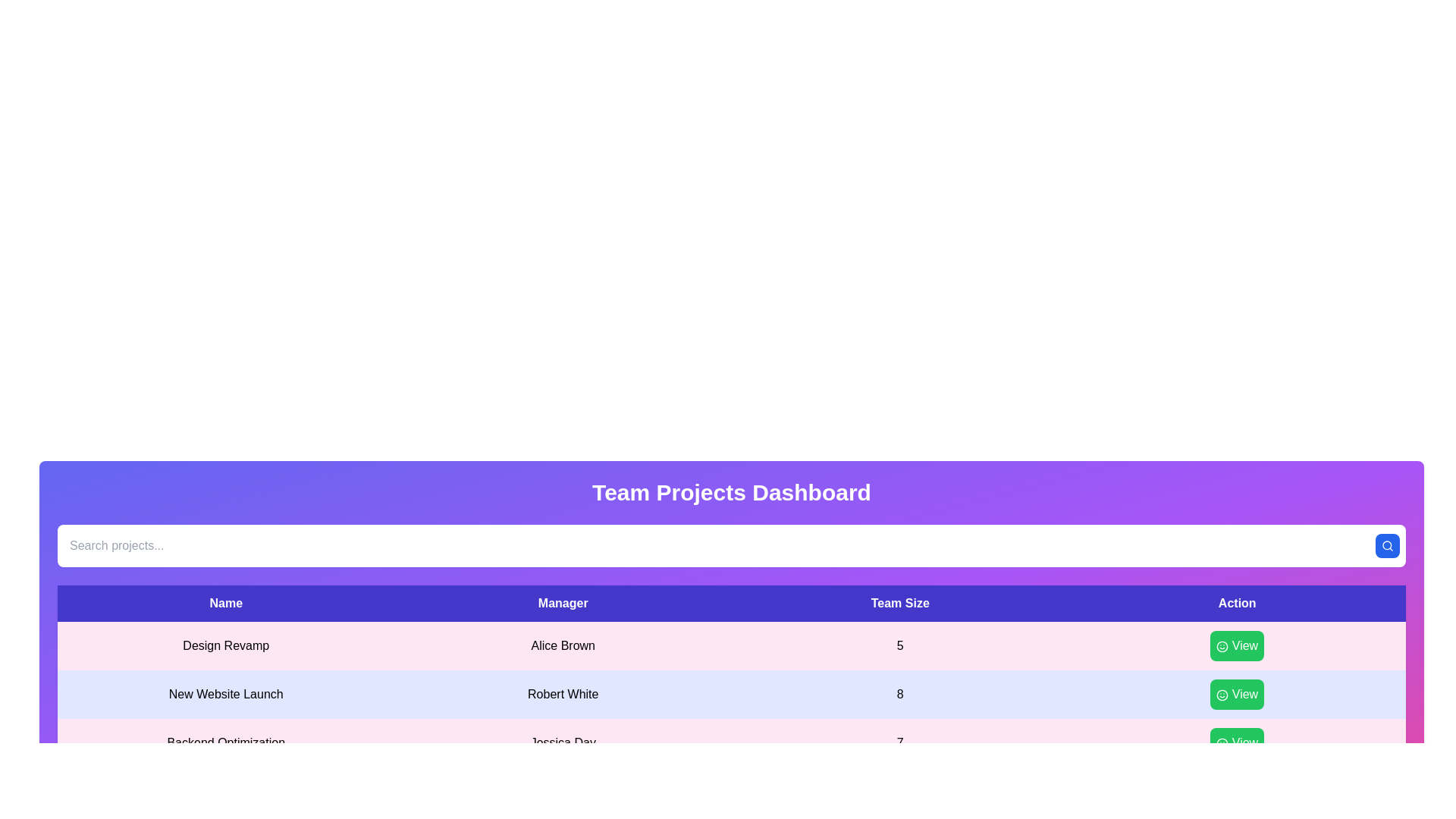 Image resolution: width=1456 pixels, height=819 pixels. What do you see at coordinates (1237, 694) in the screenshot?
I see `the 'View' button with a green background and white text, located in the second row of the 'Action' column` at bounding box center [1237, 694].